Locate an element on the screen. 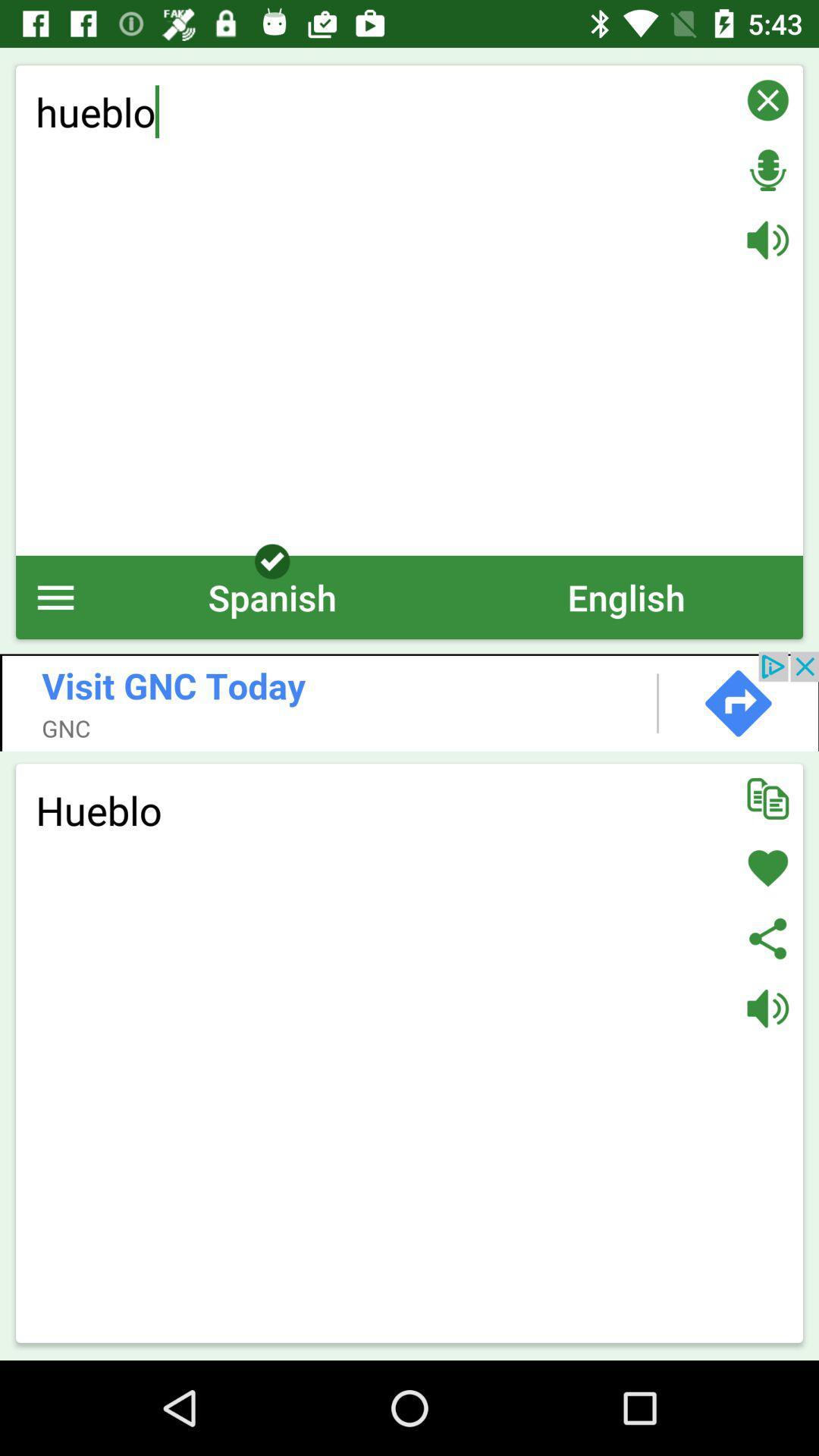 The width and height of the screenshot is (819, 1456). icon to the right of the spanish is located at coordinates (626, 596).